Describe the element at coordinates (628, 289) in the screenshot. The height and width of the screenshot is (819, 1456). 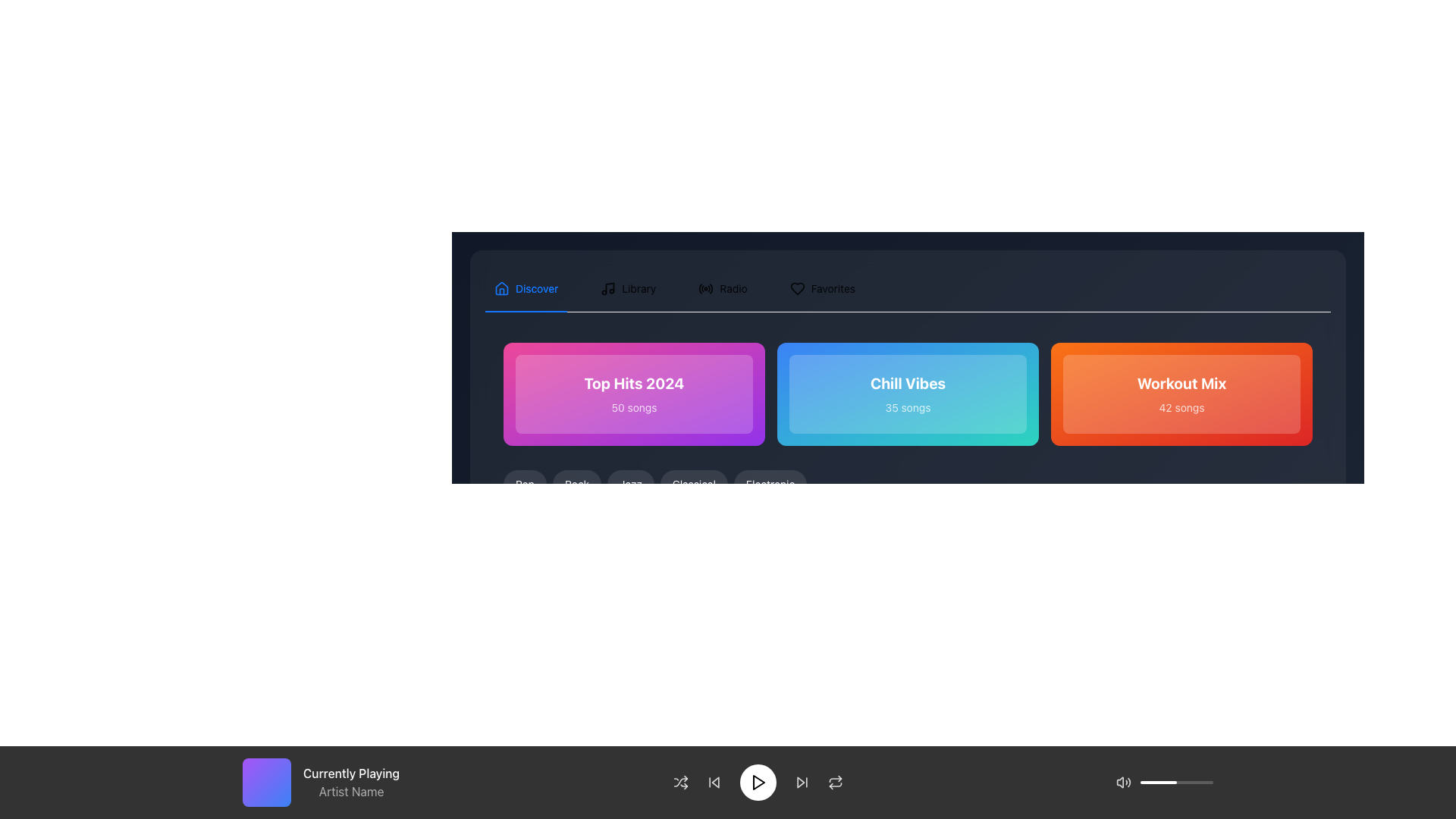
I see `the 'Library' tab, which is the second tab in the navigation line, positioned between the 'Discover' tab and an unlabeled tab` at that location.